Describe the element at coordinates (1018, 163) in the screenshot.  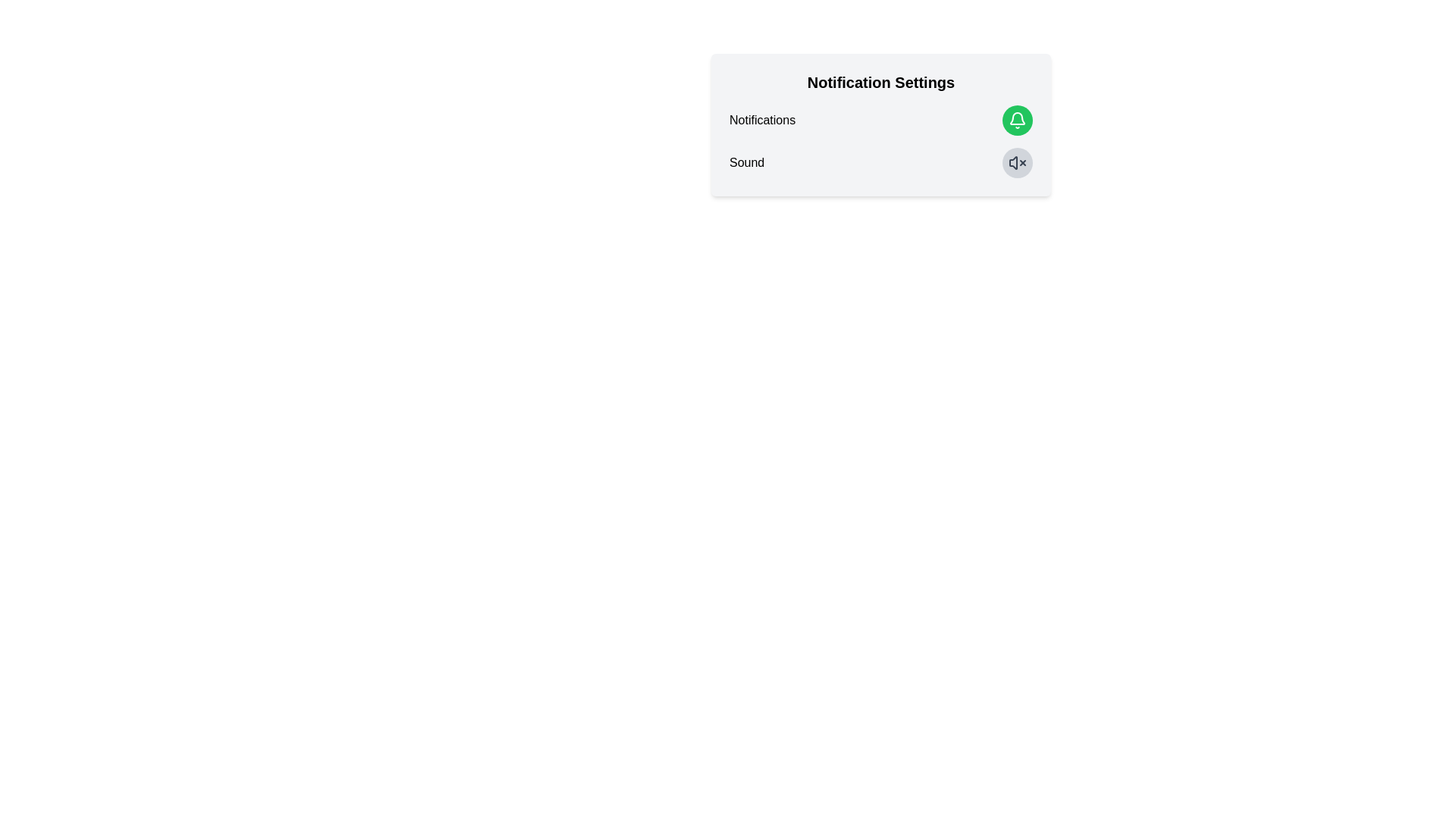
I see `the speaker icon to toggle the sound setting` at that location.